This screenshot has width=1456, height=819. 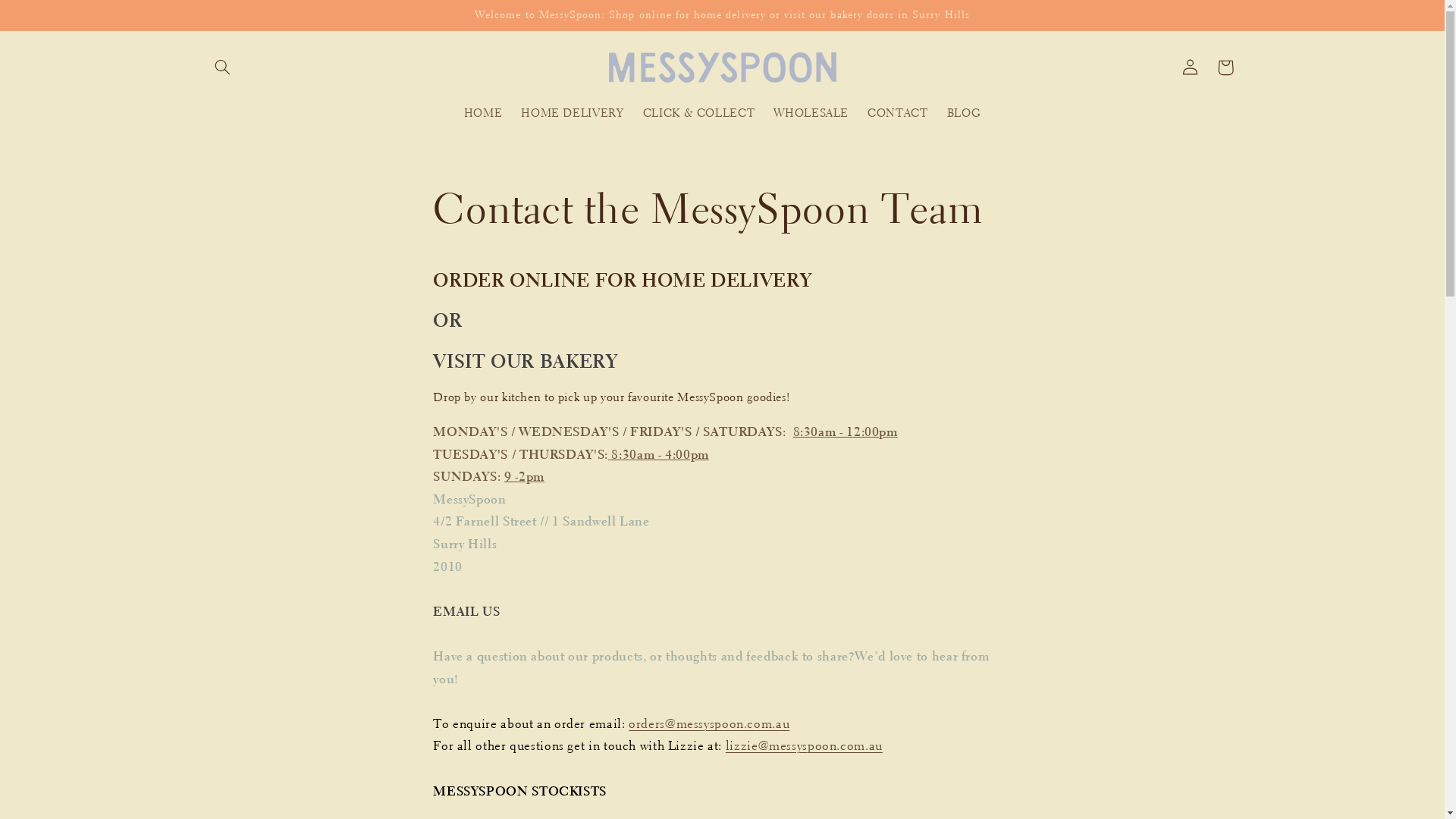 I want to click on 'CONTACT', so click(x=858, y=113).